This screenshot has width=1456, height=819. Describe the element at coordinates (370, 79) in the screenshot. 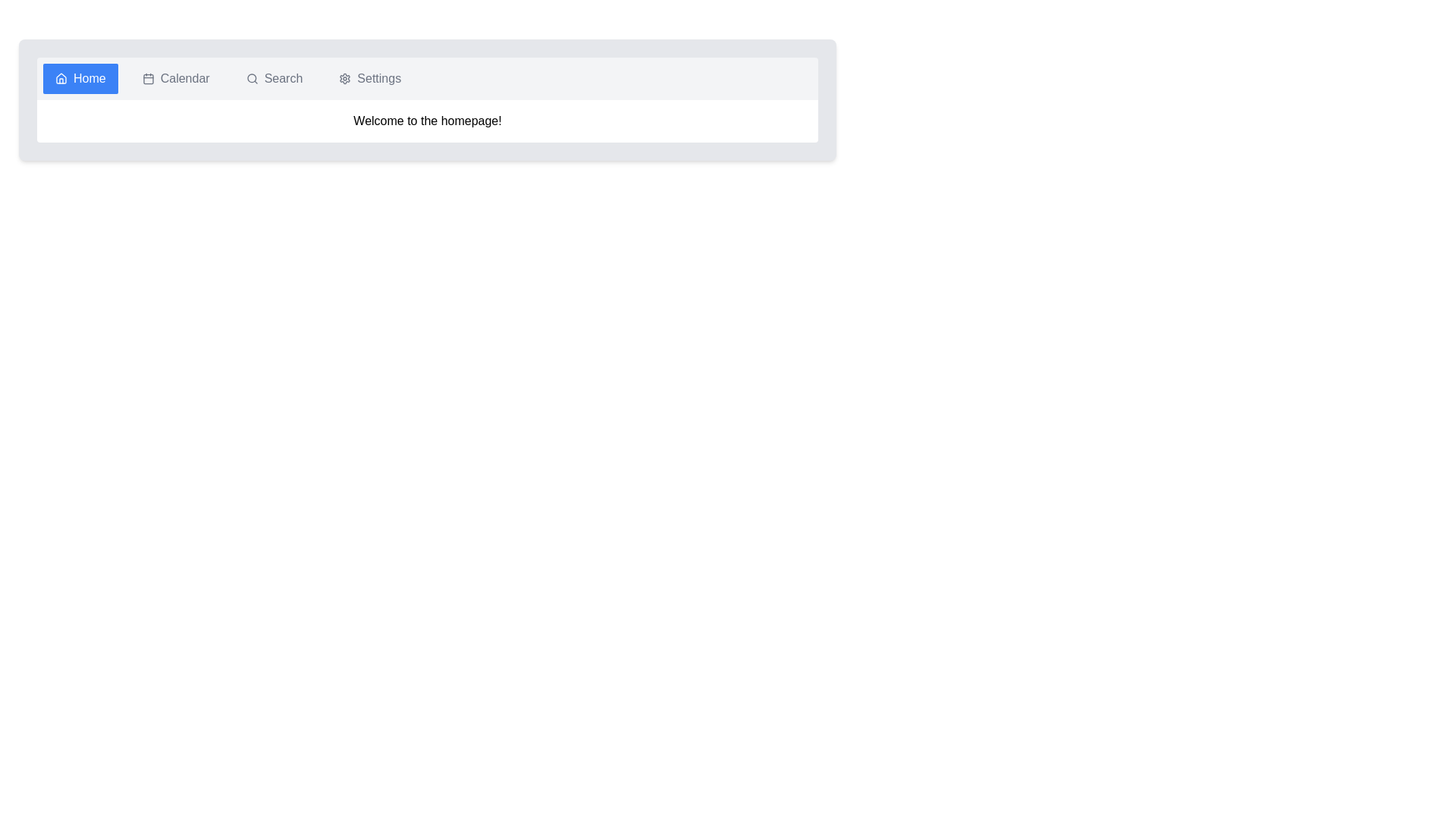

I see `the 'Settings' button with a cogwheel icon in the navigation bar` at that location.